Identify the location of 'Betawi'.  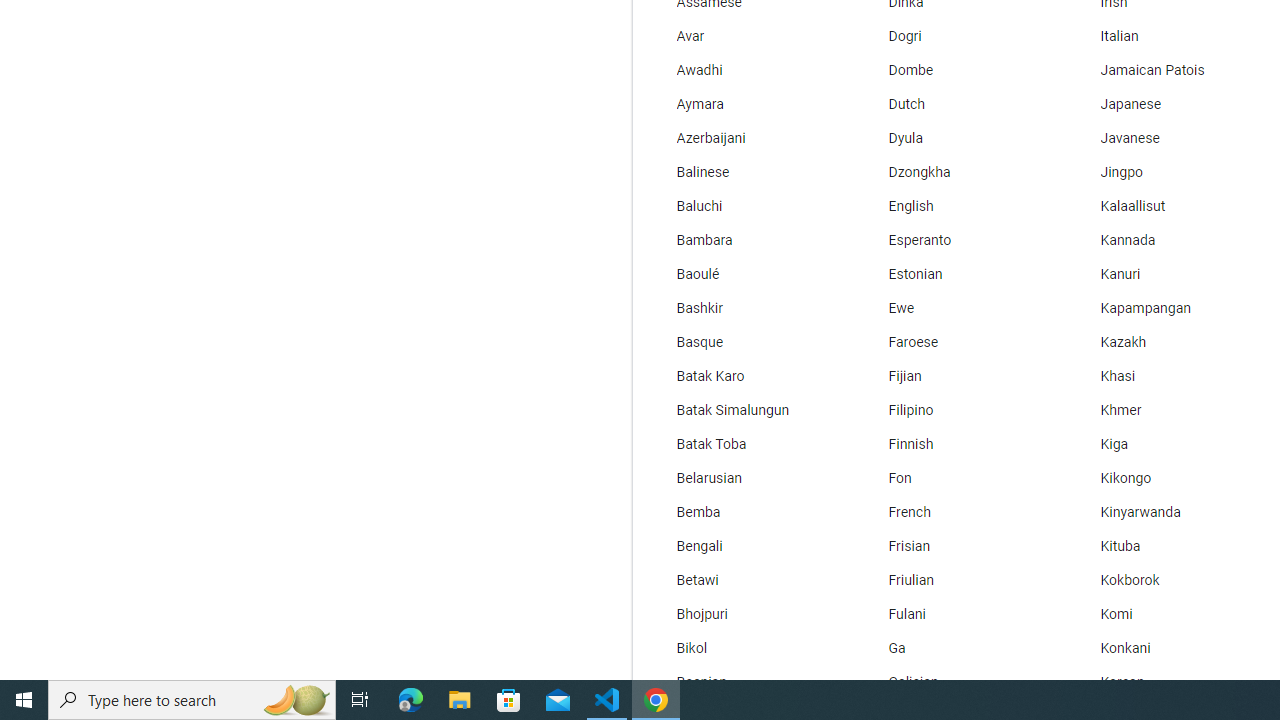
(744, 581).